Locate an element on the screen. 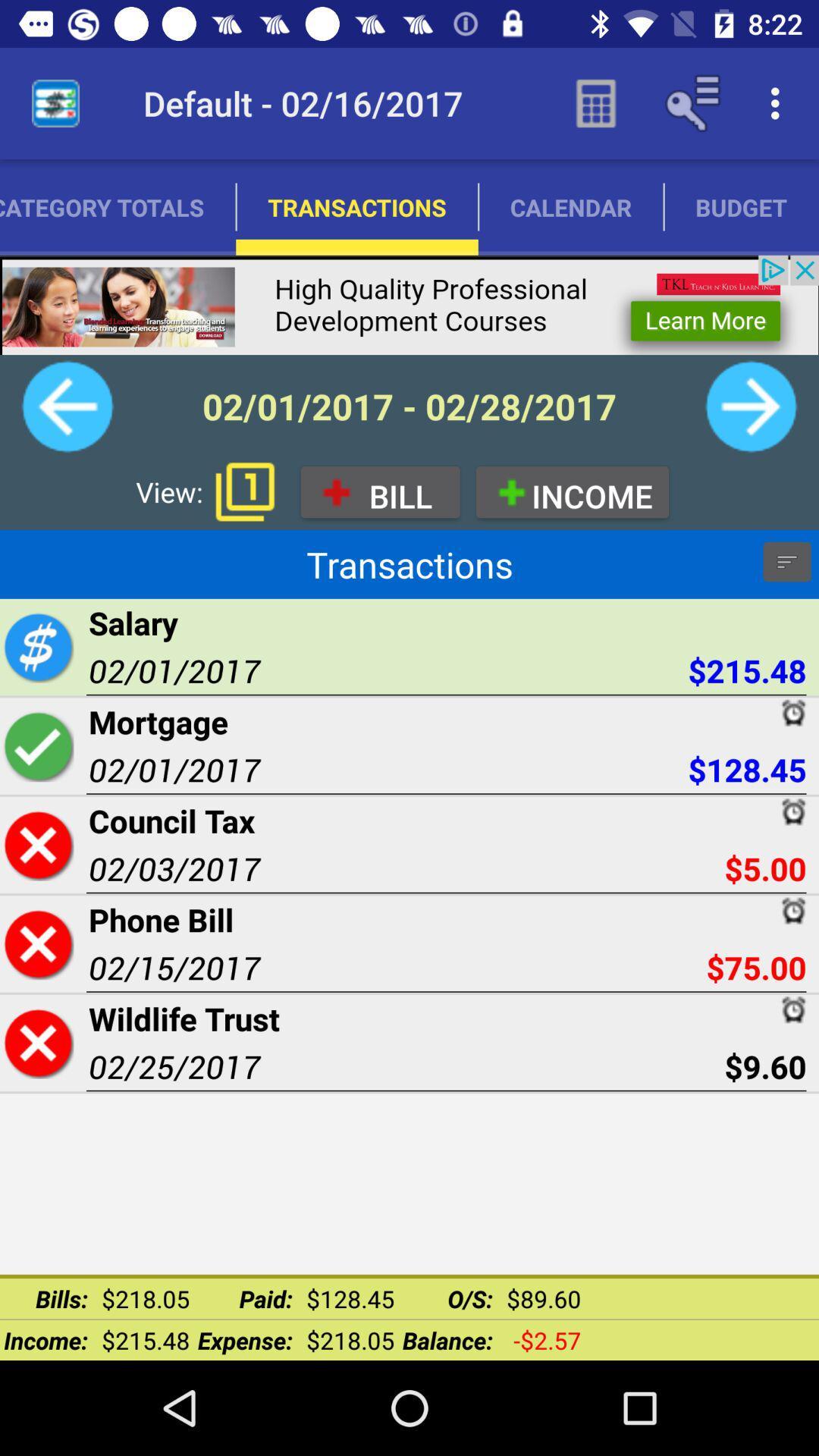 This screenshot has width=819, height=1456. advertisement to redirect you to website is located at coordinates (409, 304).